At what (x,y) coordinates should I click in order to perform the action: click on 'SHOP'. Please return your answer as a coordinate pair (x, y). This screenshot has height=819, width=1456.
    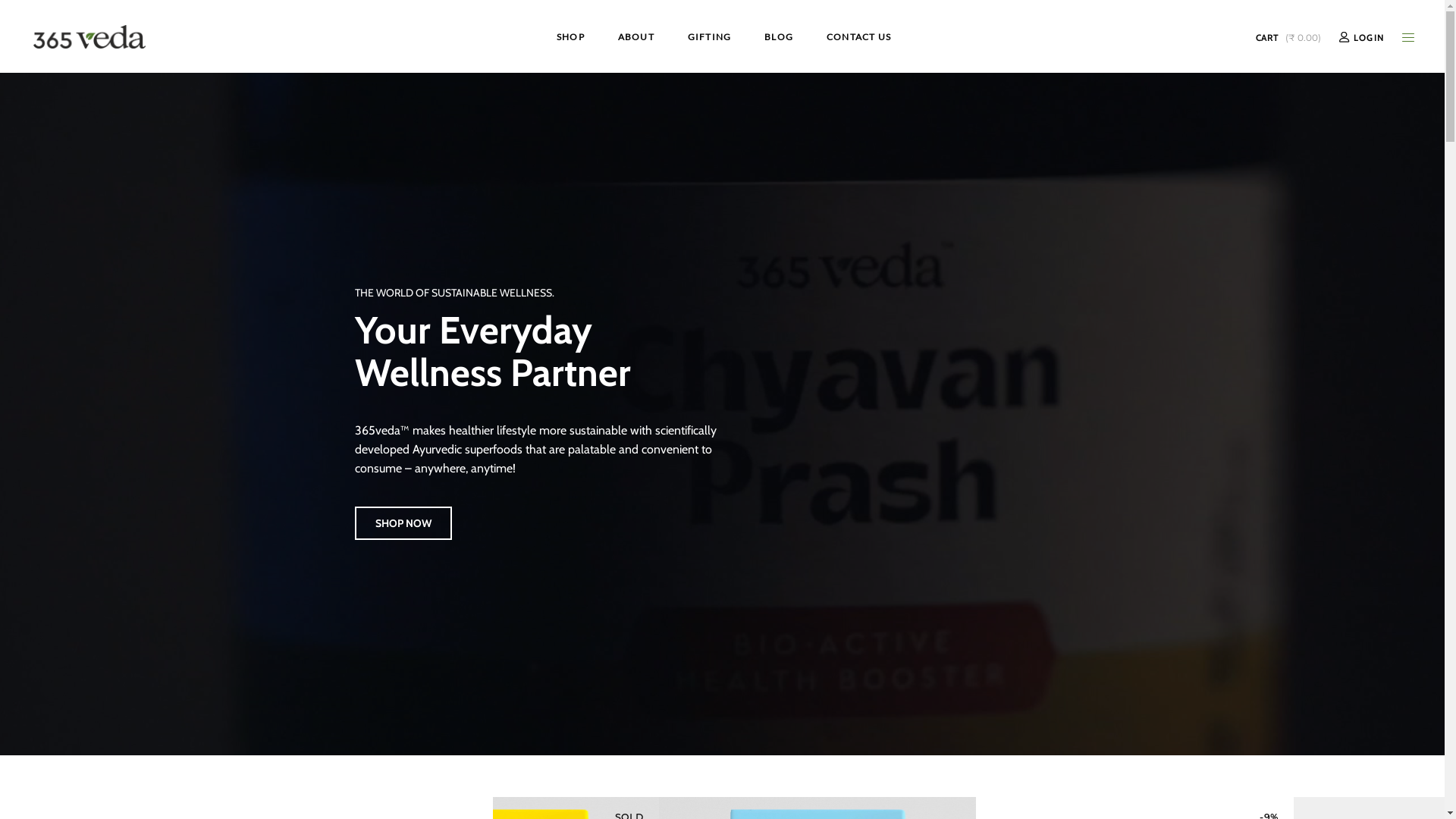
    Looking at the image, I should click on (539, 35).